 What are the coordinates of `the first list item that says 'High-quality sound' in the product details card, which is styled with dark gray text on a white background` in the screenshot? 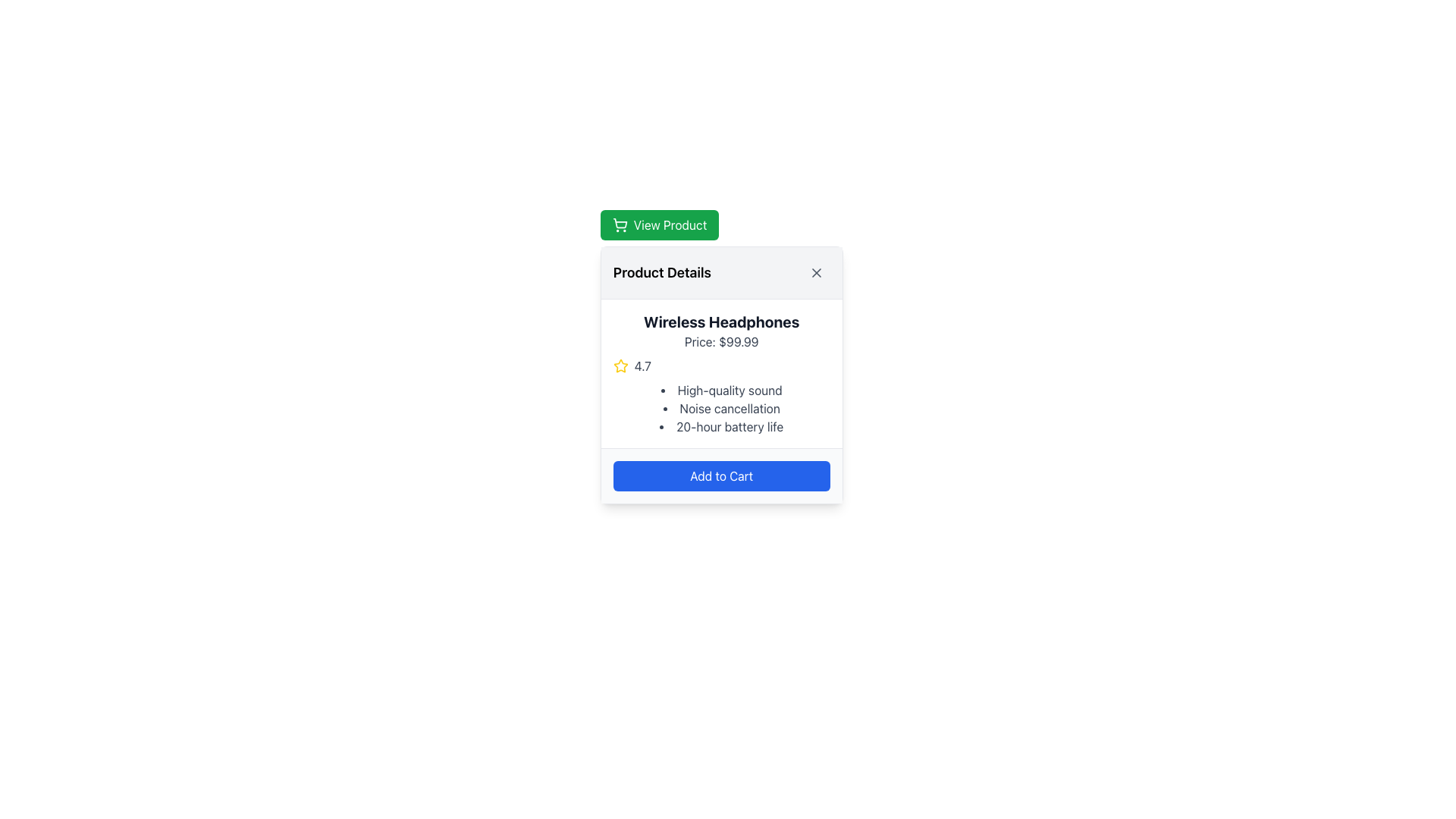 It's located at (720, 390).